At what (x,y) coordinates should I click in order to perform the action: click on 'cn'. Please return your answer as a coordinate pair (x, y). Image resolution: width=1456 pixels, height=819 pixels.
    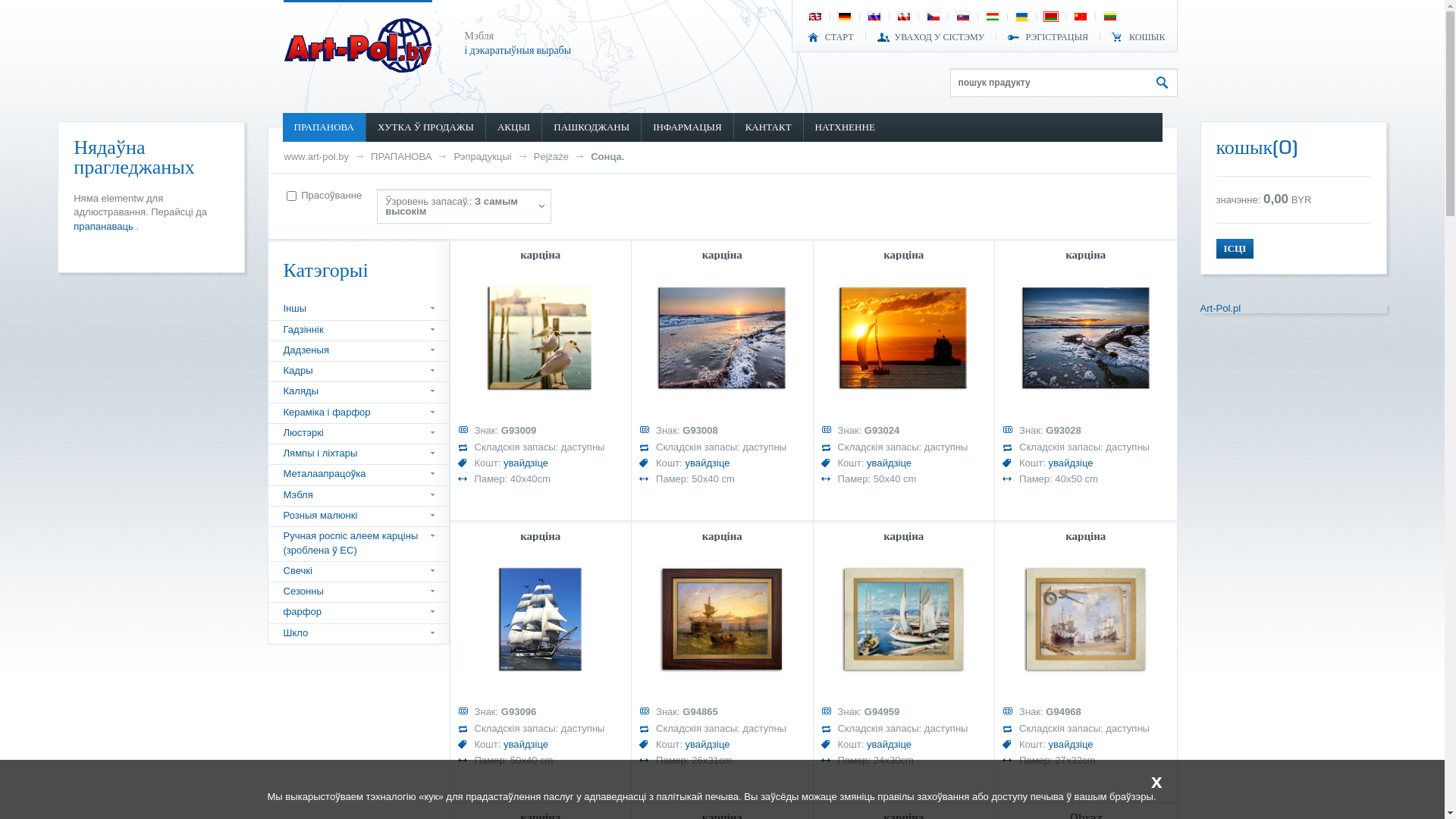
    Looking at the image, I should click on (1080, 17).